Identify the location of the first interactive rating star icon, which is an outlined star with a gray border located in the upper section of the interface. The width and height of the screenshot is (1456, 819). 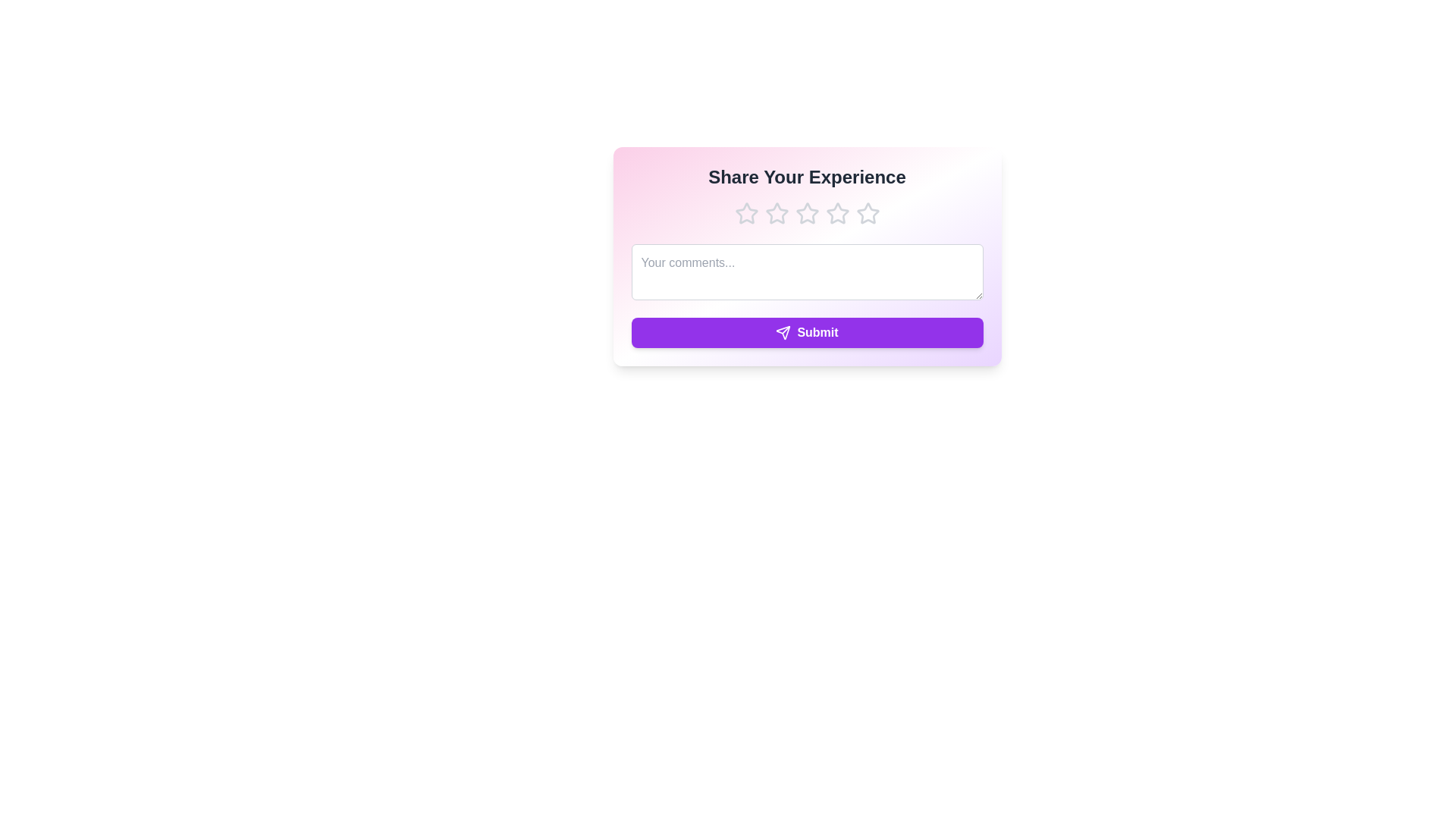
(746, 213).